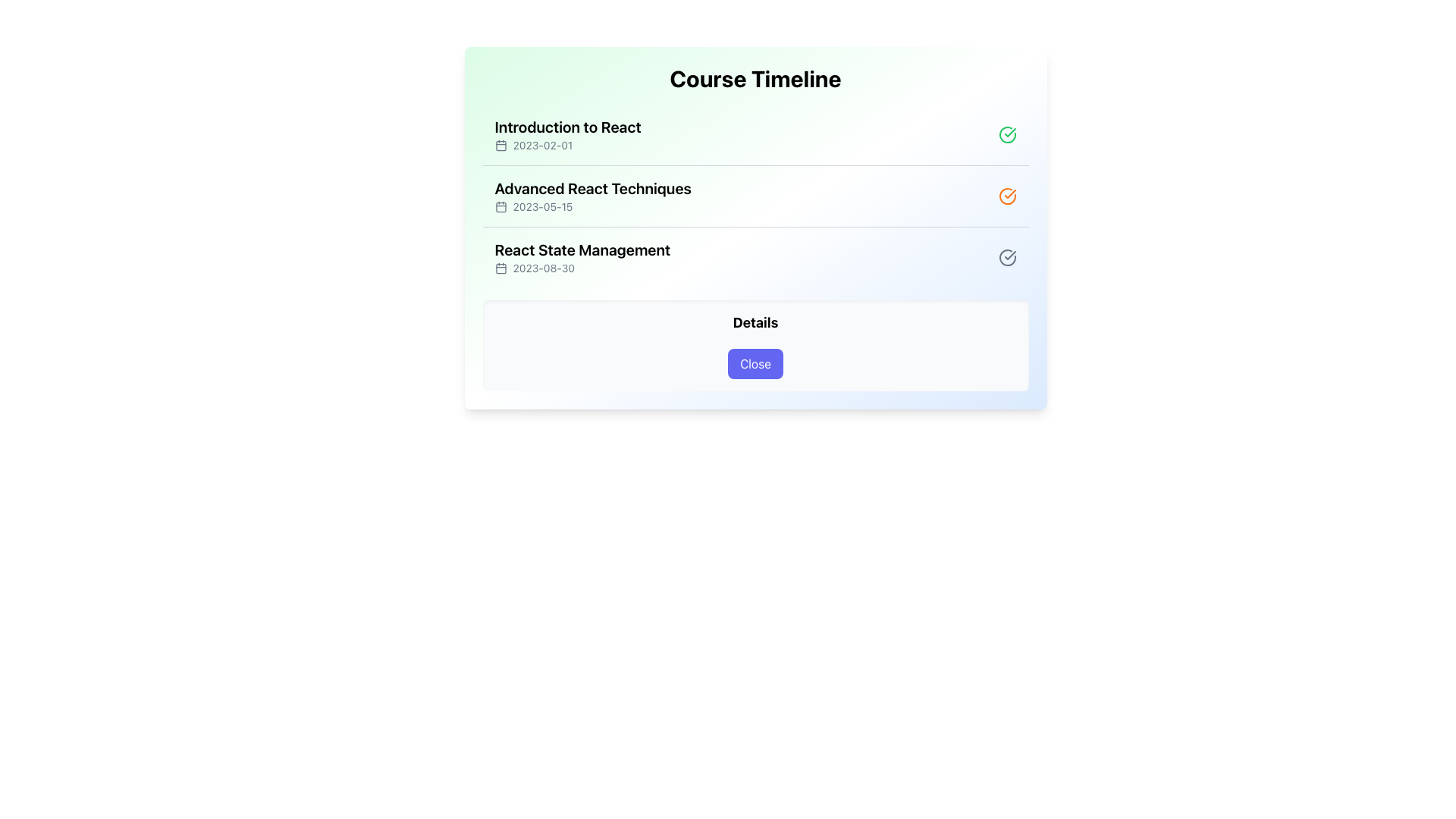  What do you see at coordinates (755, 195) in the screenshot?
I see `to select or expand the course entry for 'Advanced React Techniques' in the Course Timeline list, which is the second item between 'Introduction to React' and 'React State Management'` at bounding box center [755, 195].